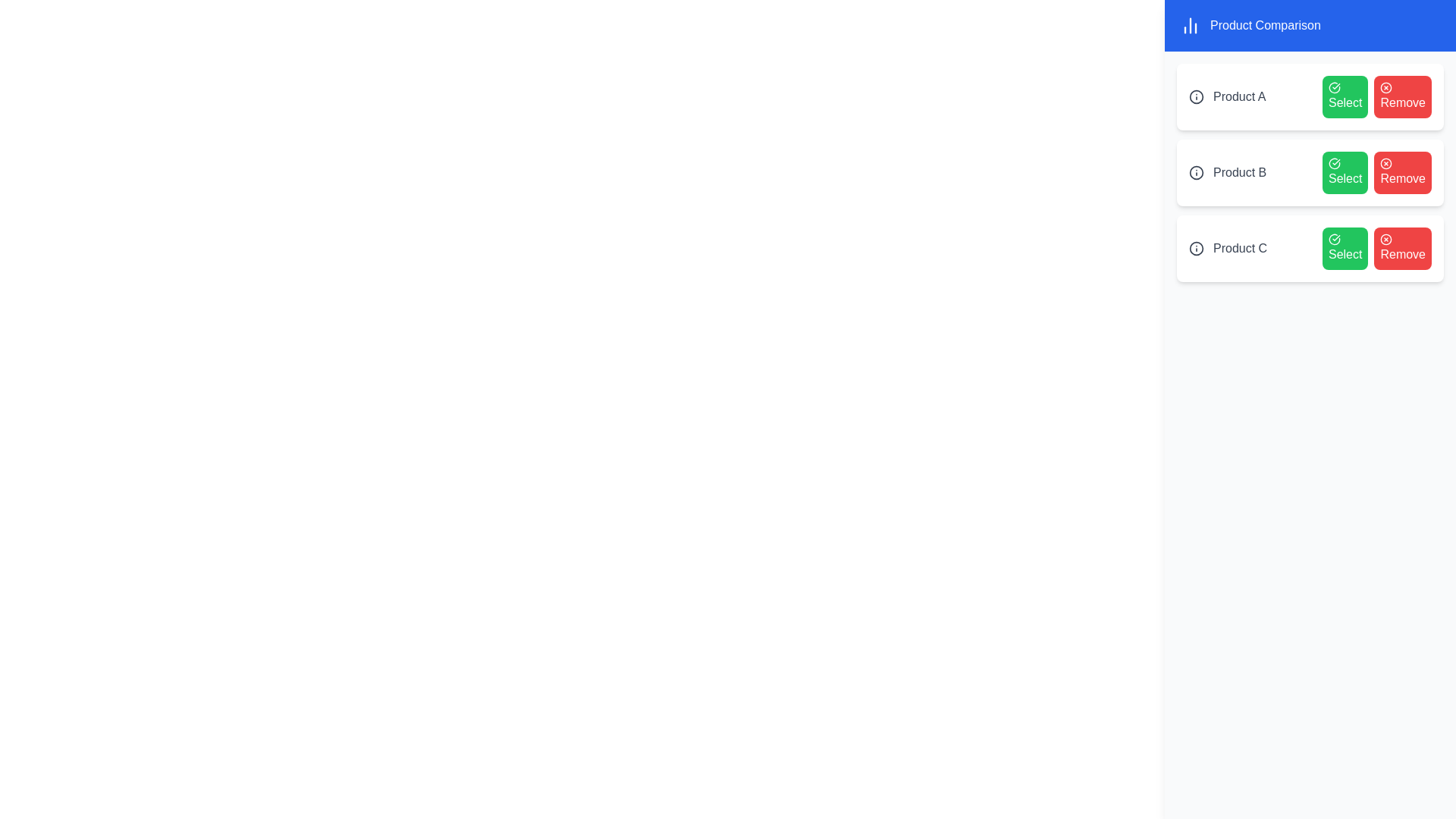 Image resolution: width=1456 pixels, height=819 pixels. I want to click on 'Remove' button next to the product named Product C, so click(1402, 247).